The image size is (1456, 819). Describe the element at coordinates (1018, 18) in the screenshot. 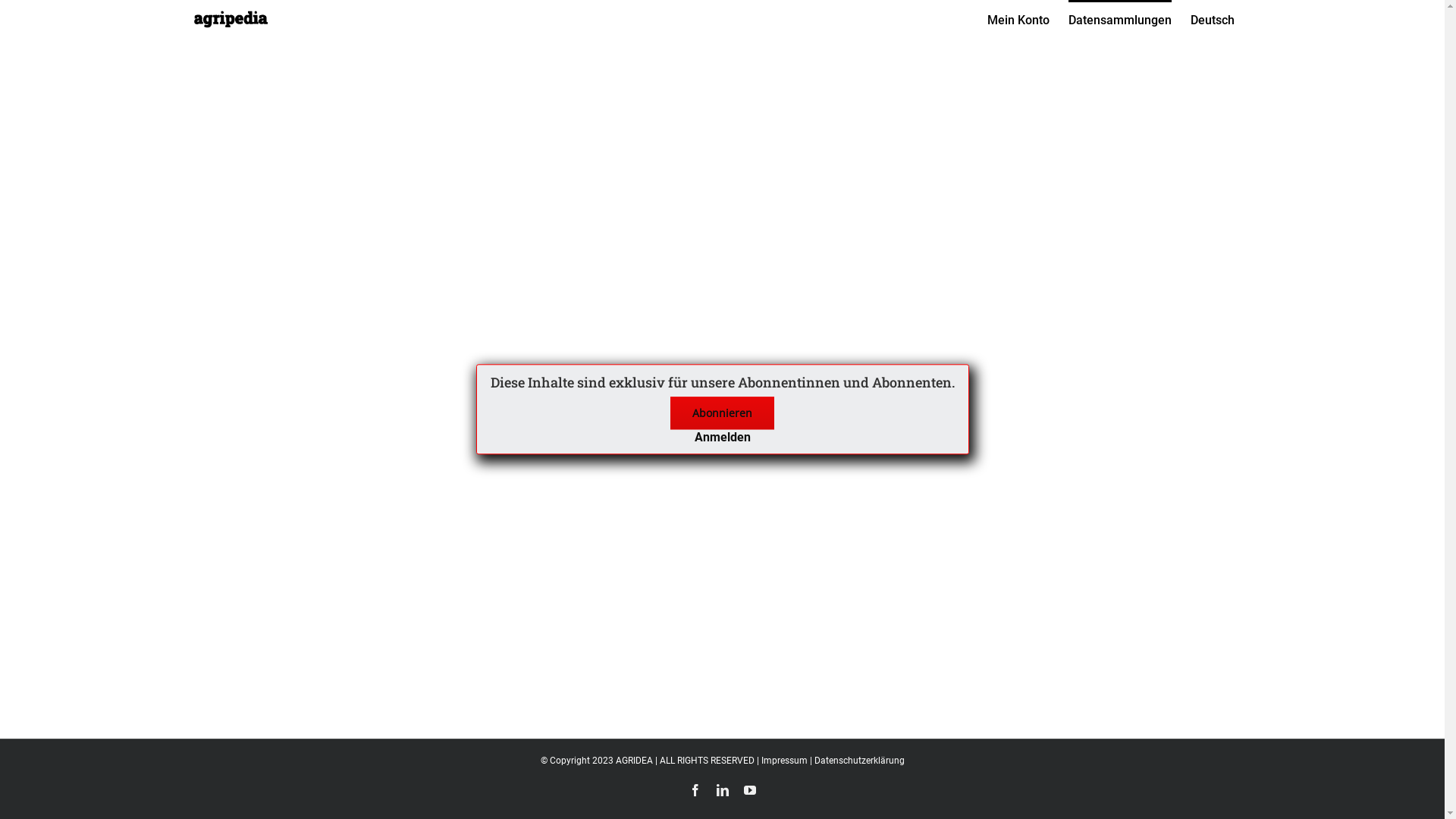

I see `'Mein Konto'` at that location.